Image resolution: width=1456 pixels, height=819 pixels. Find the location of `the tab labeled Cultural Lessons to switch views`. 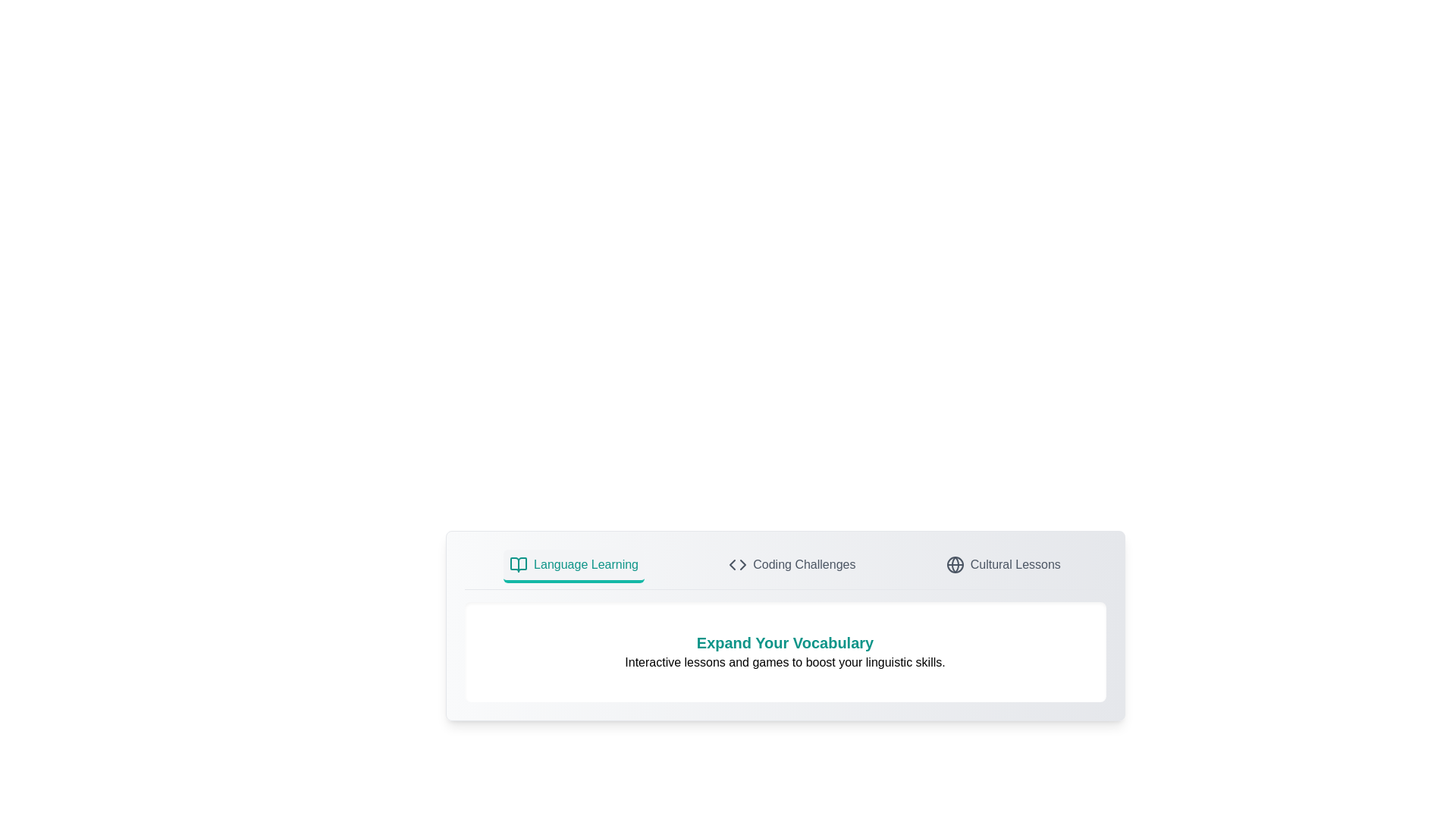

the tab labeled Cultural Lessons to switch views is located at coordinates (1003, 566).